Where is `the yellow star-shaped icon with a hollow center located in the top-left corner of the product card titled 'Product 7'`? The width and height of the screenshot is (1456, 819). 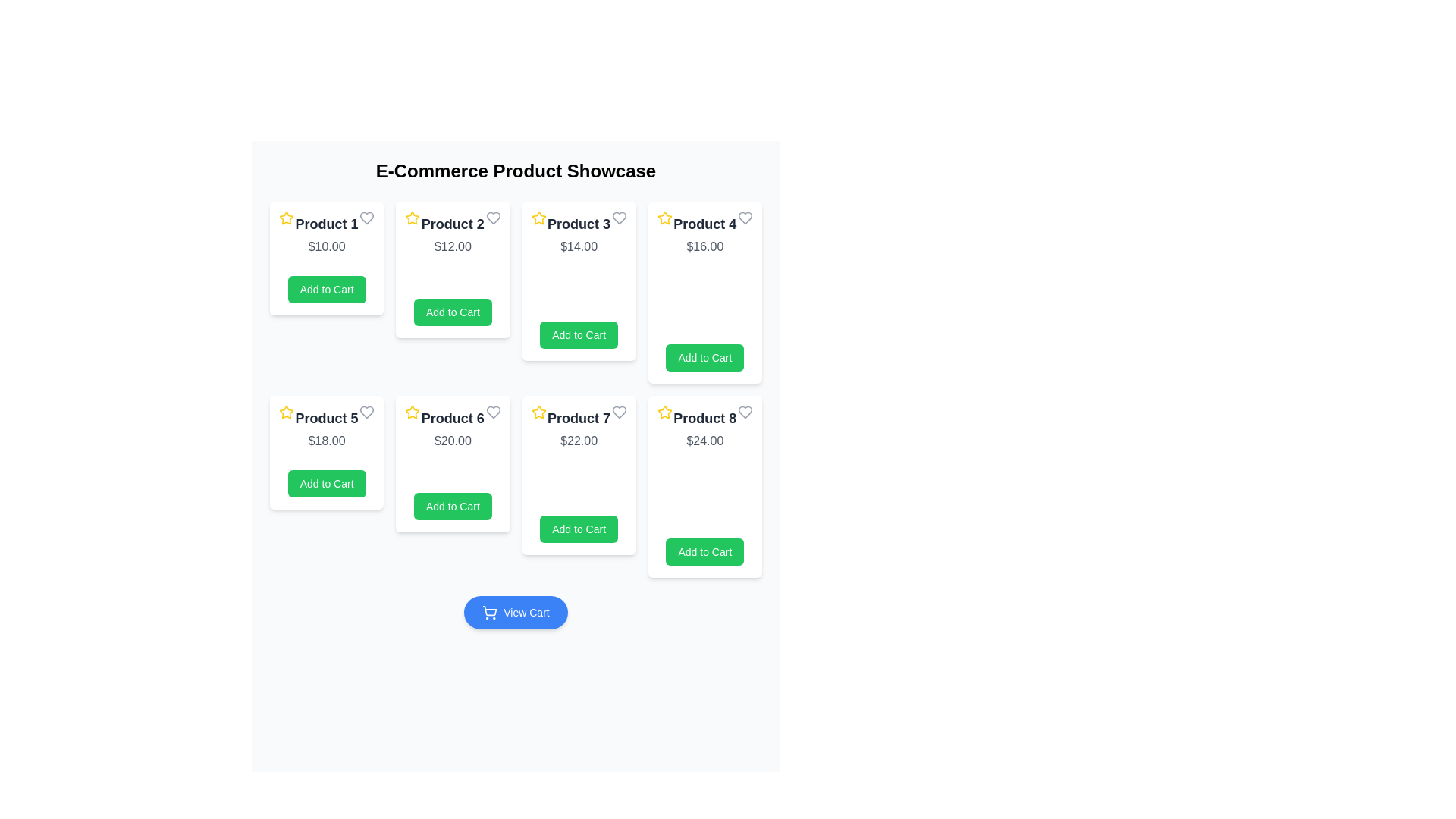
the yellow star-shaped icon with a hollow center located in the top-left corner of the product card titled 'Product 7' is located at coordinates (538, 412).